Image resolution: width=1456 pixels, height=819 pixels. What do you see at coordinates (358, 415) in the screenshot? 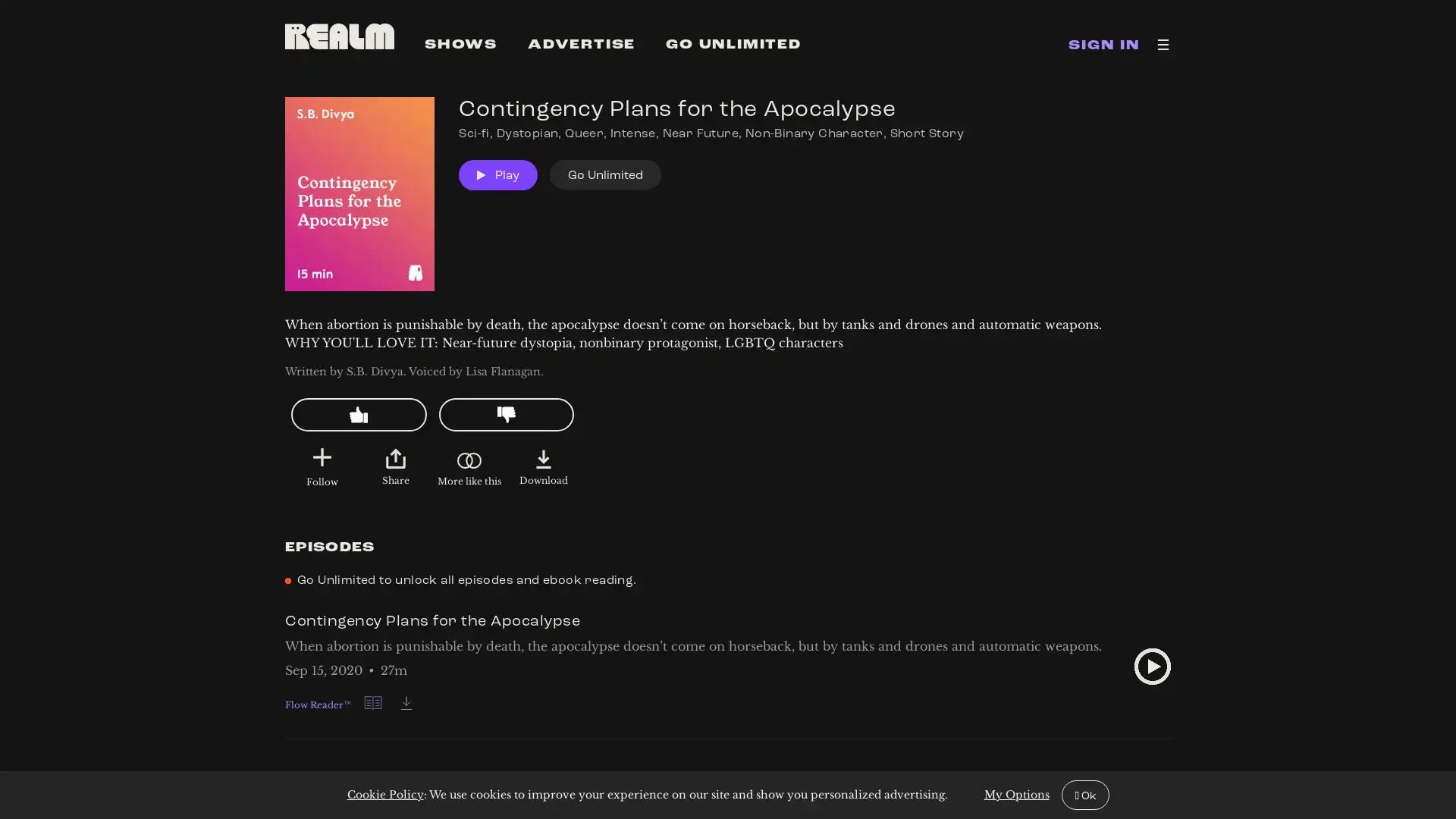
I see `like` at bounding box center [358, 415].